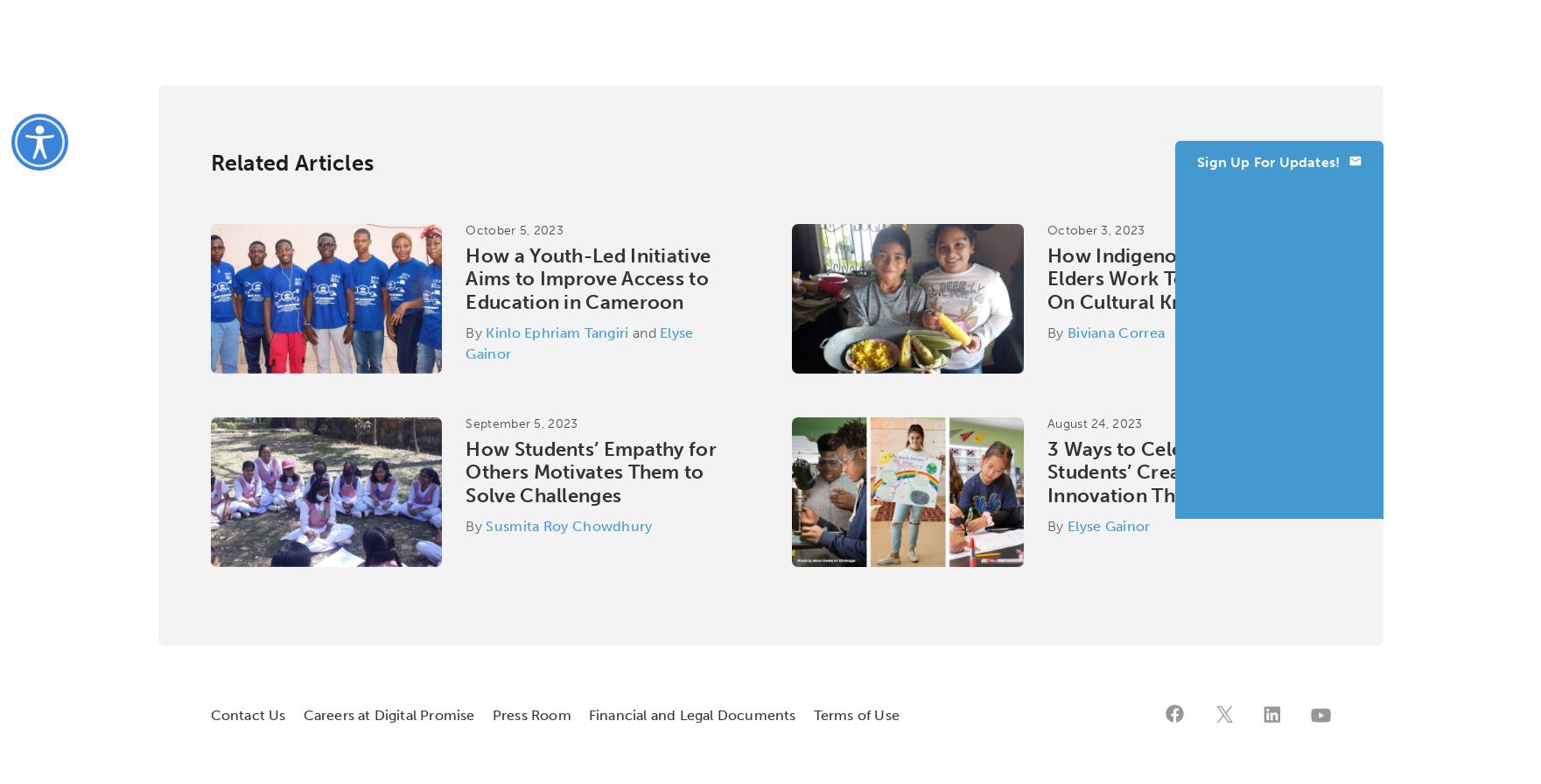 The height and width of the screenshot is (784, 1541). Describe the element at coordinates (643, 332) in the screenshot. I see `'and'` at that location.